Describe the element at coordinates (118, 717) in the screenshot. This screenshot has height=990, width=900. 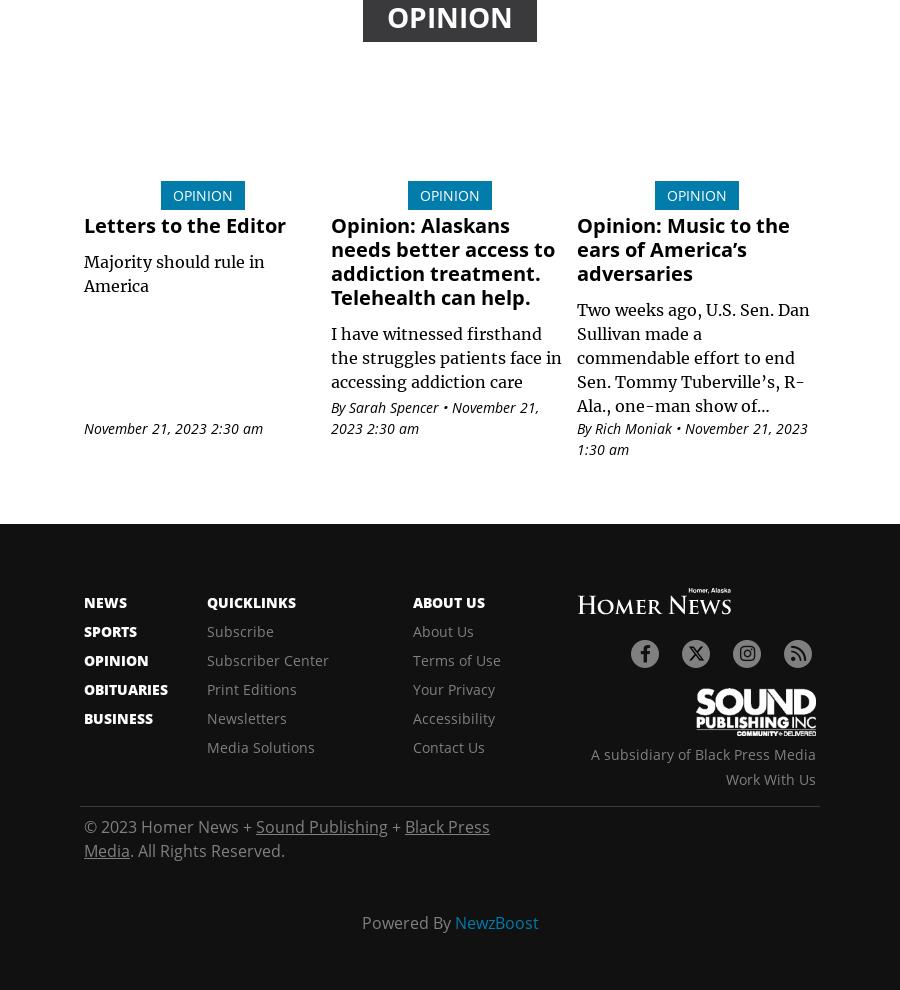
I see `'Business'` at that location.